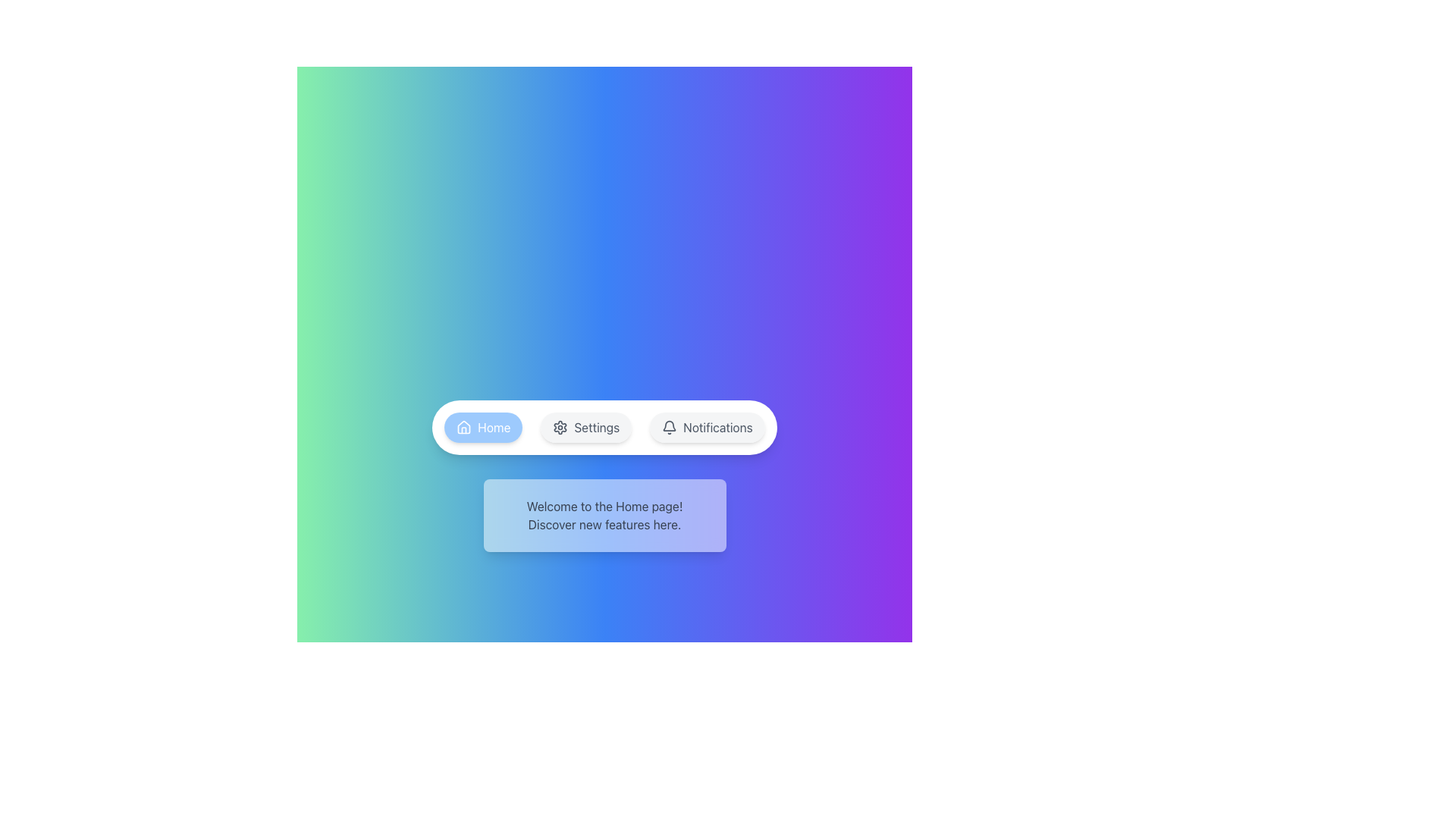  What do you see at coordinates (585, 427) in the screenshot?
I see `the 'Settings' button, which has a light gray background, dark gray text, and a gear icon` at bounding box center [585, 427].